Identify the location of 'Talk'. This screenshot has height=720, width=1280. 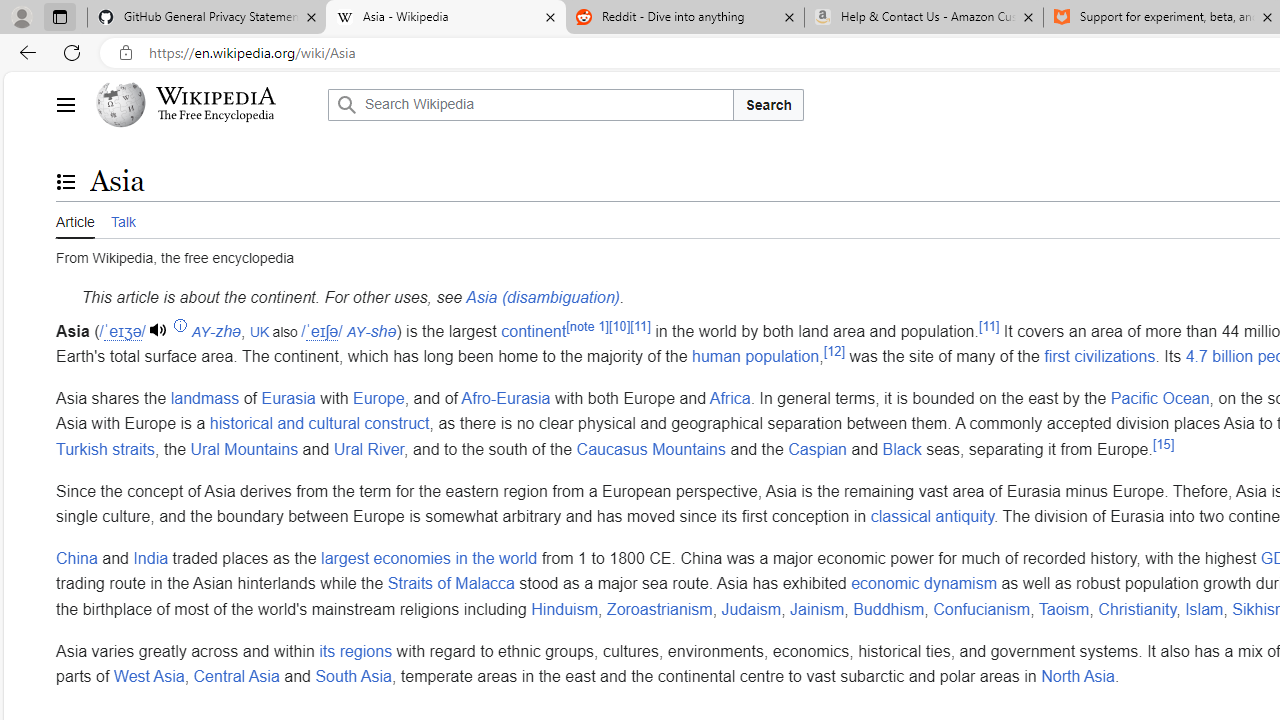
(121, 219).